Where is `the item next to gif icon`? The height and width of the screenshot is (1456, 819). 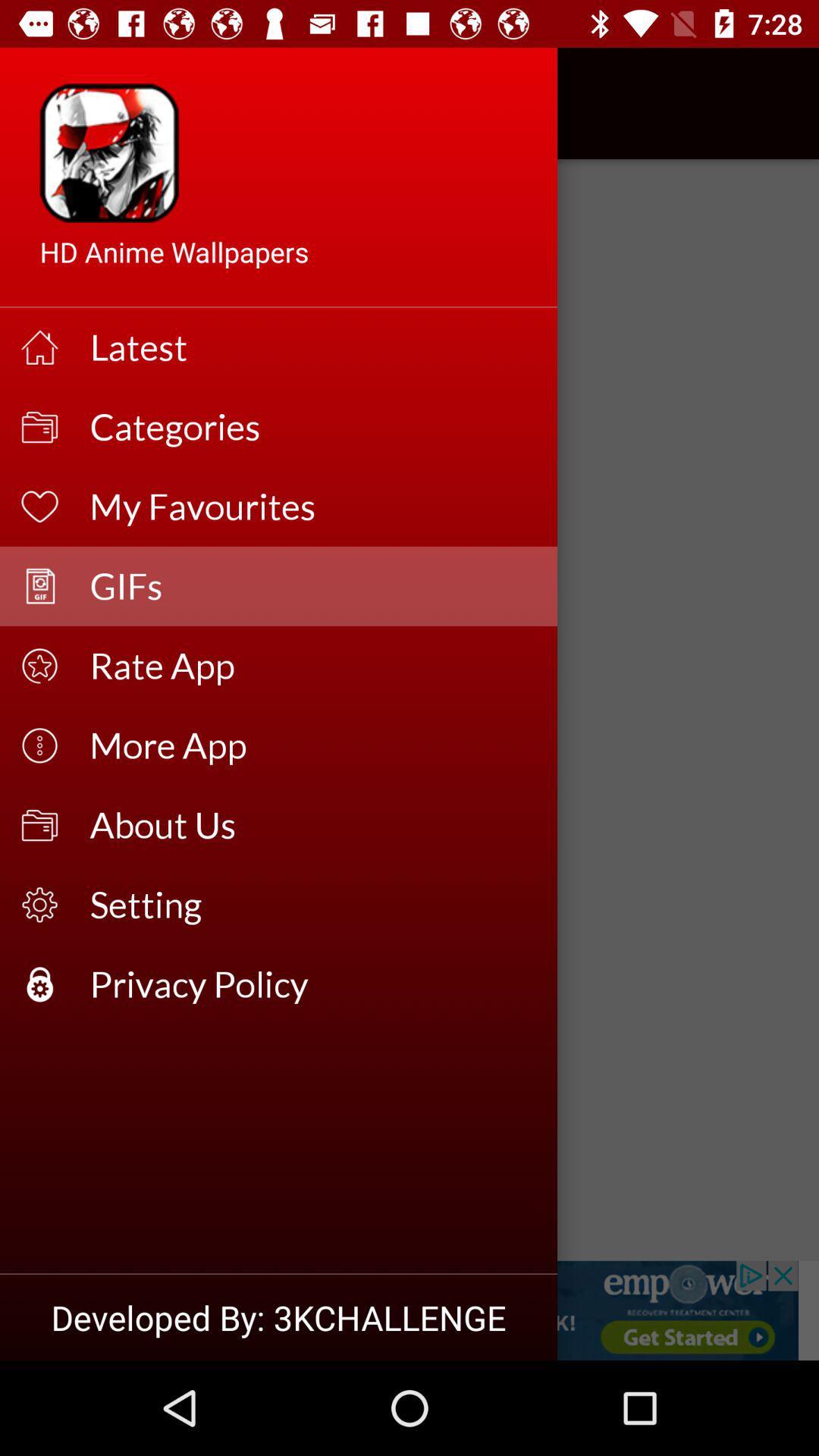 the item next to gif icon is located at coordinates (55, 102).